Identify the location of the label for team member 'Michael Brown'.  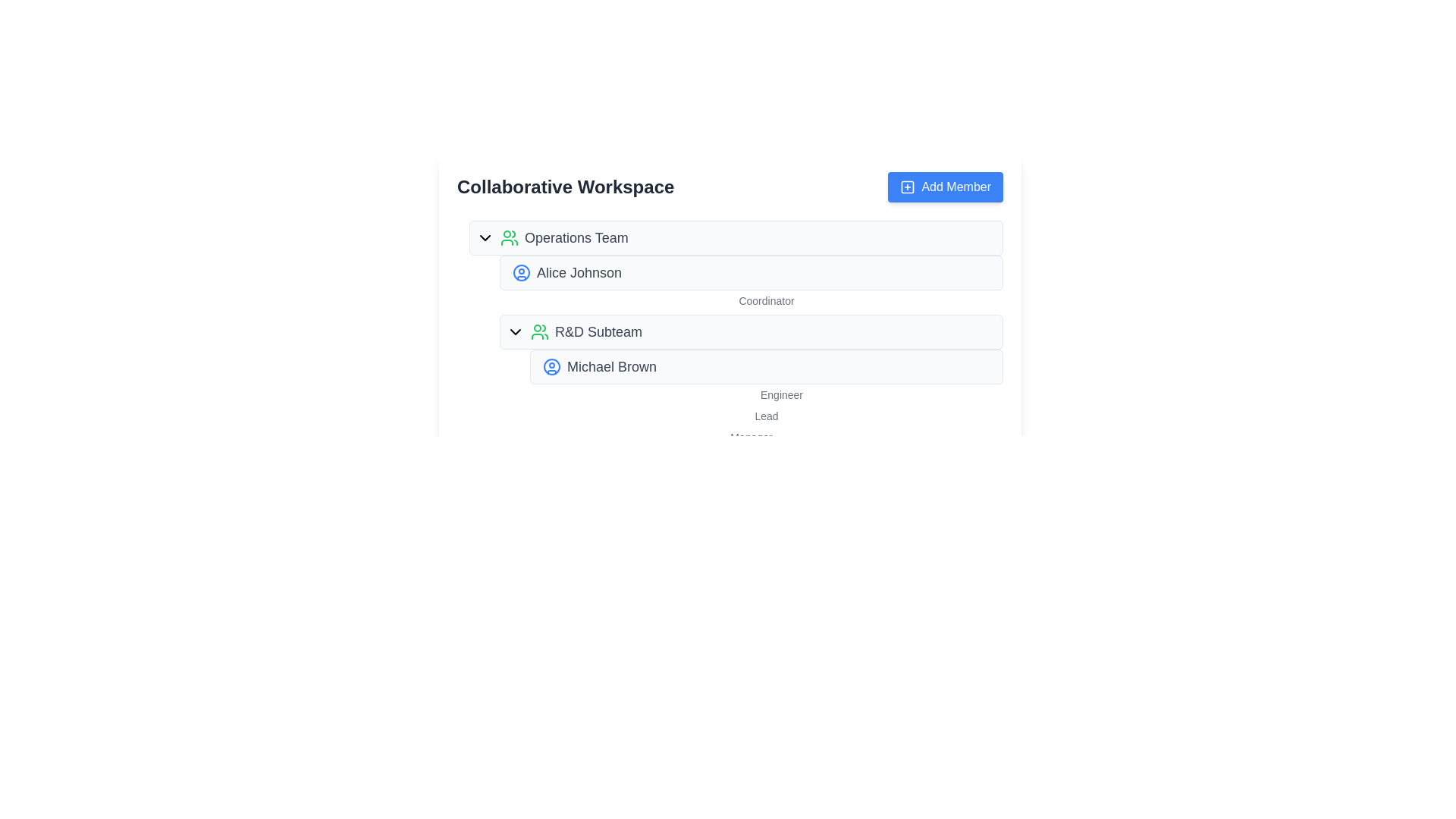
(599, 366).